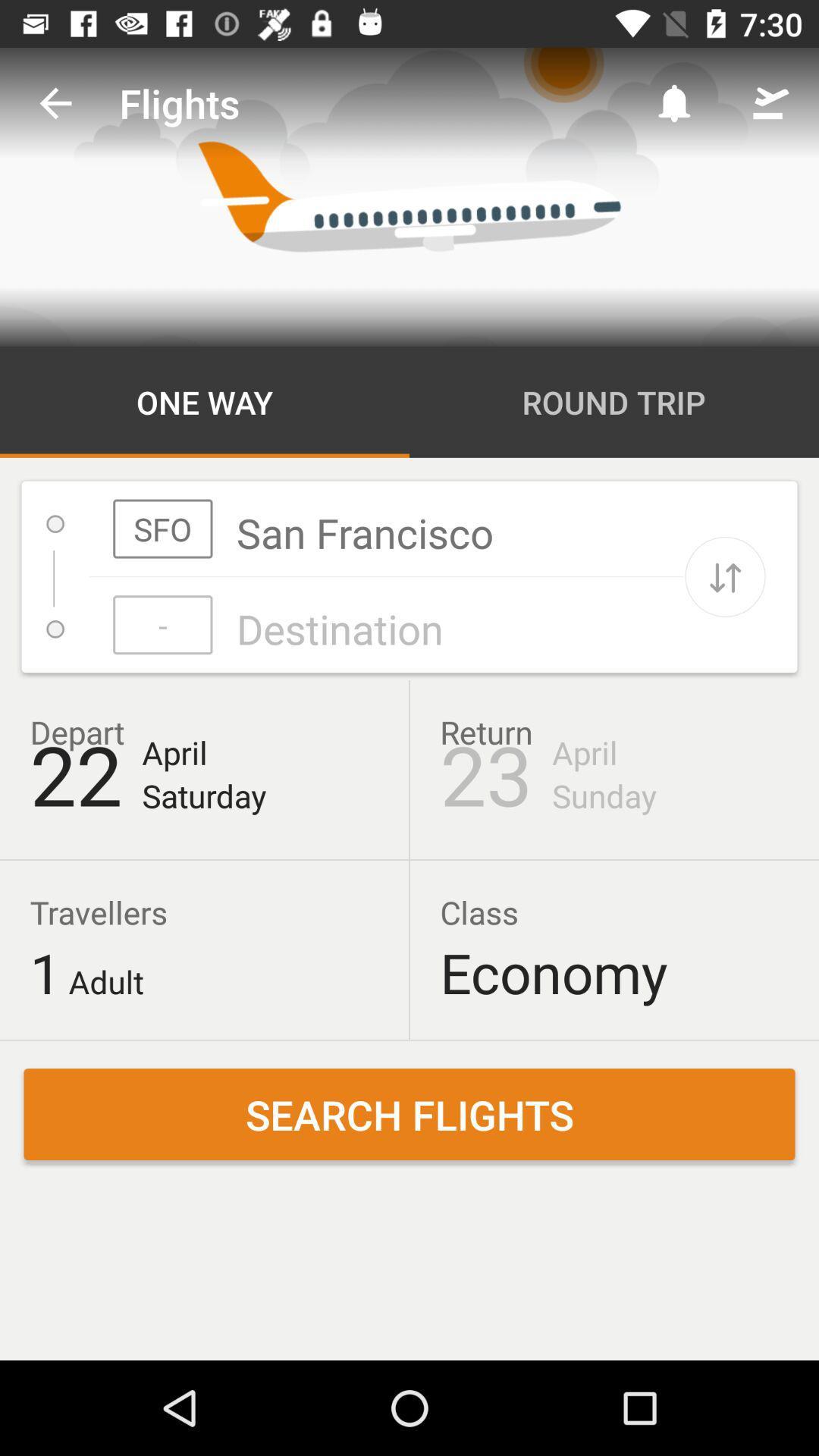 The image size is (819, 1456). I want to click on destination, so click(385, 625).